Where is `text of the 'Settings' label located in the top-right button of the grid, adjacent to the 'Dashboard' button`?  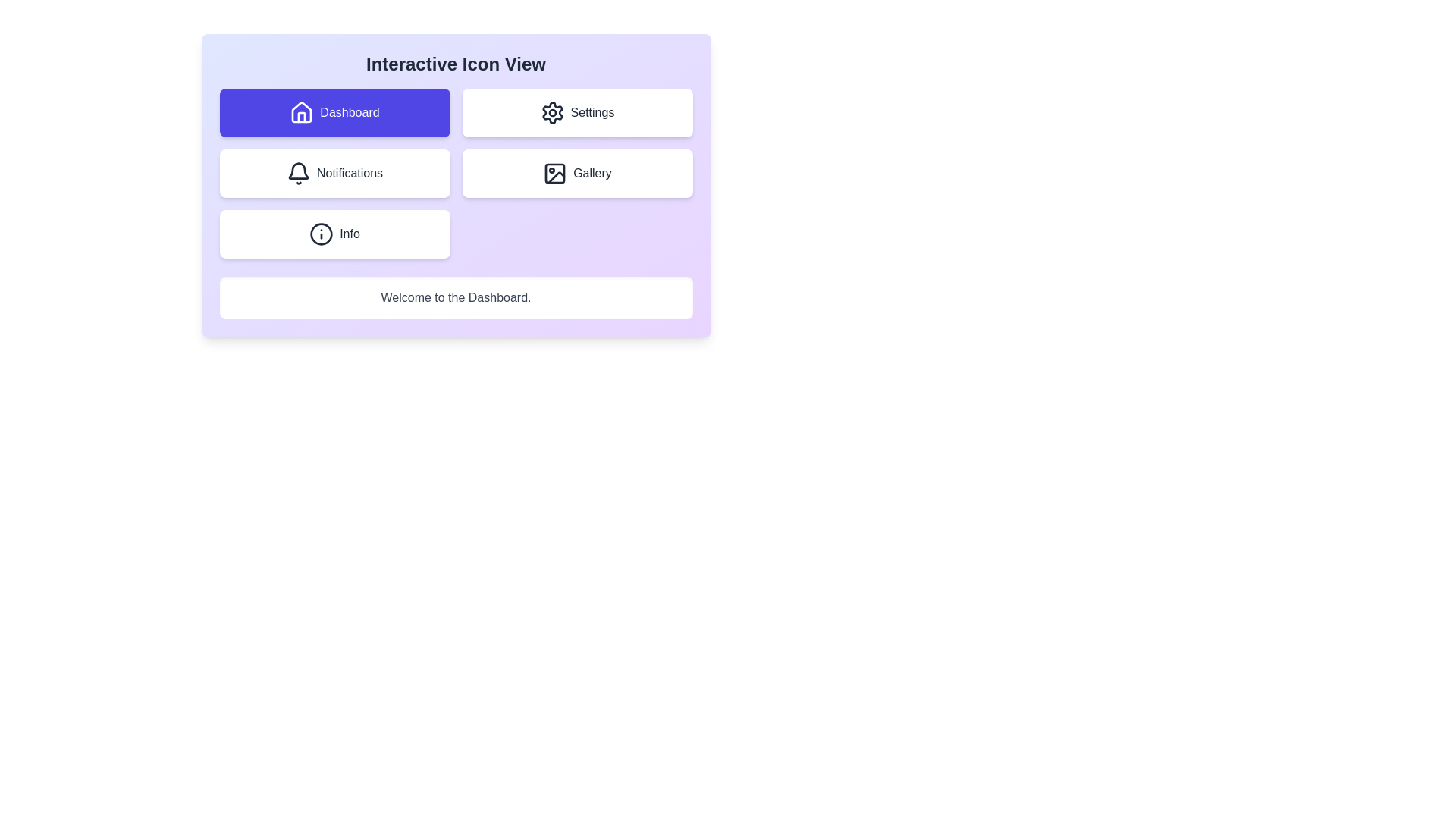
text of the 'Settings' label located in the top-right button of the grid, adjacent to the 'Dashboard' button is located at coordinates (591, 112).